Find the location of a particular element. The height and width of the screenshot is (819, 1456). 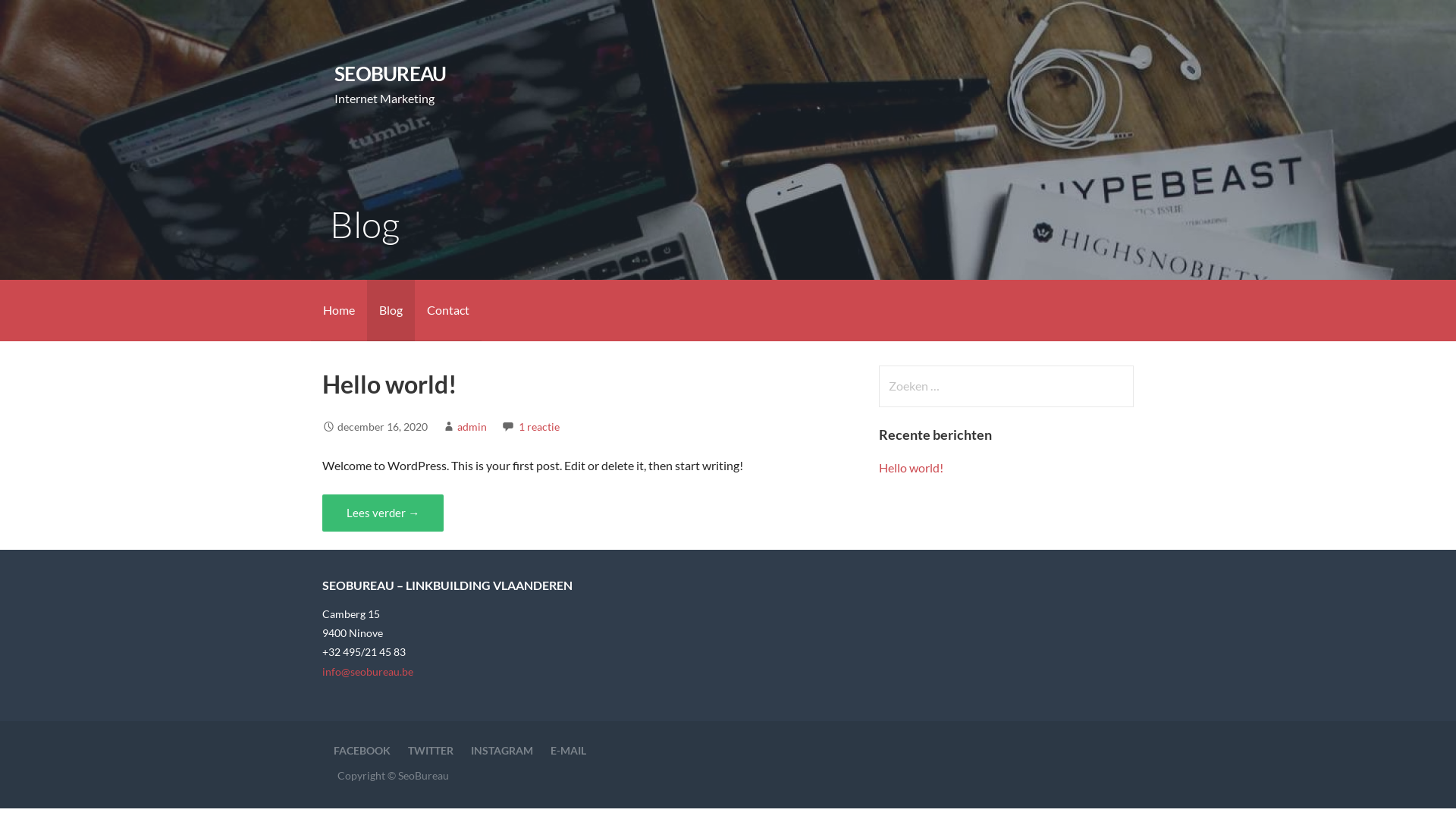

'E-MAIL' is located at coordinates (549, 749).